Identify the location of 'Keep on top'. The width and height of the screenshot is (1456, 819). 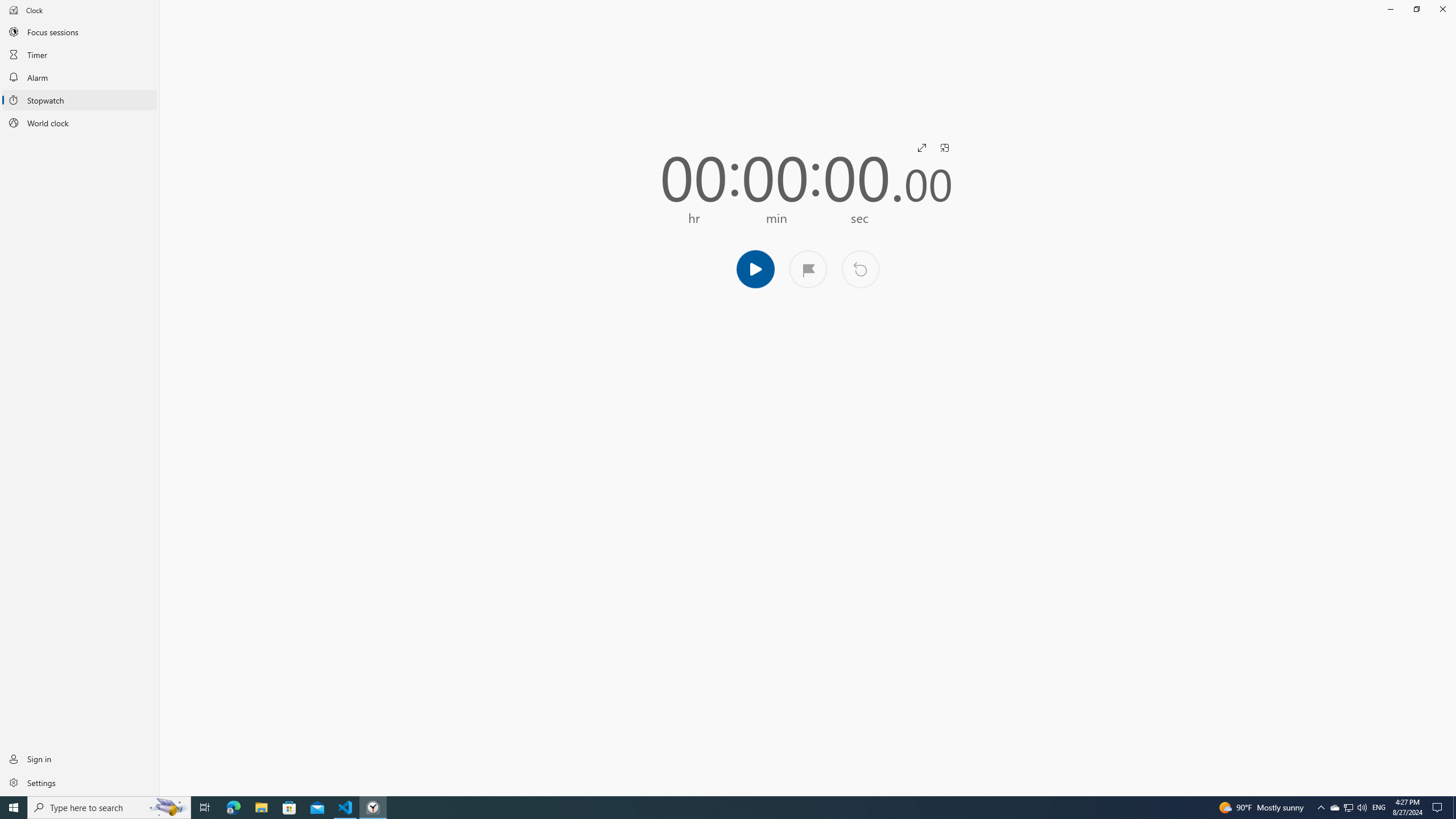
(944, 147).